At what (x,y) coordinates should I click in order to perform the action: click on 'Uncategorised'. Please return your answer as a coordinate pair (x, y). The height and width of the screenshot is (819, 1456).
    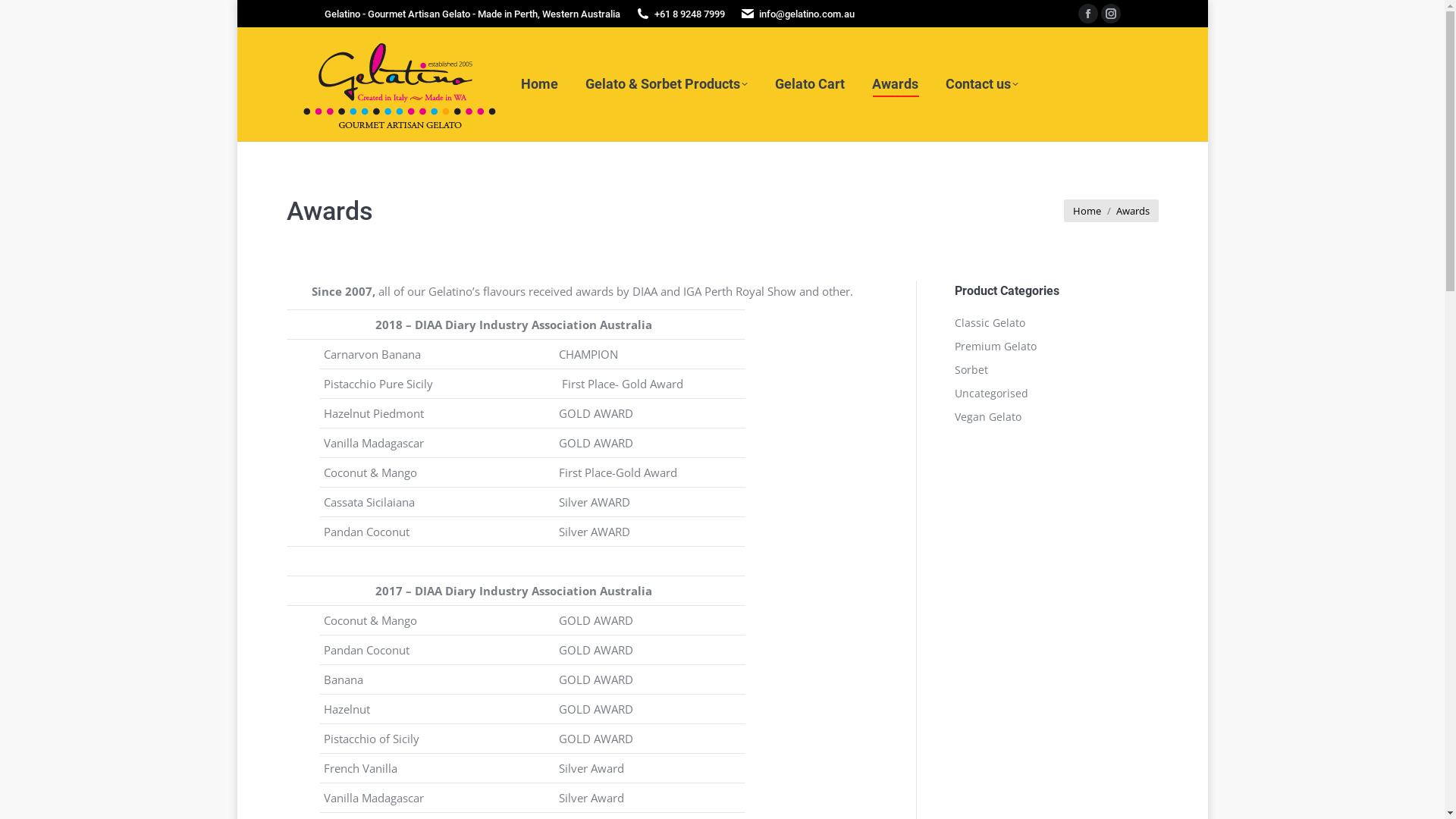
    Looking at the image, I should click on (952, 393).